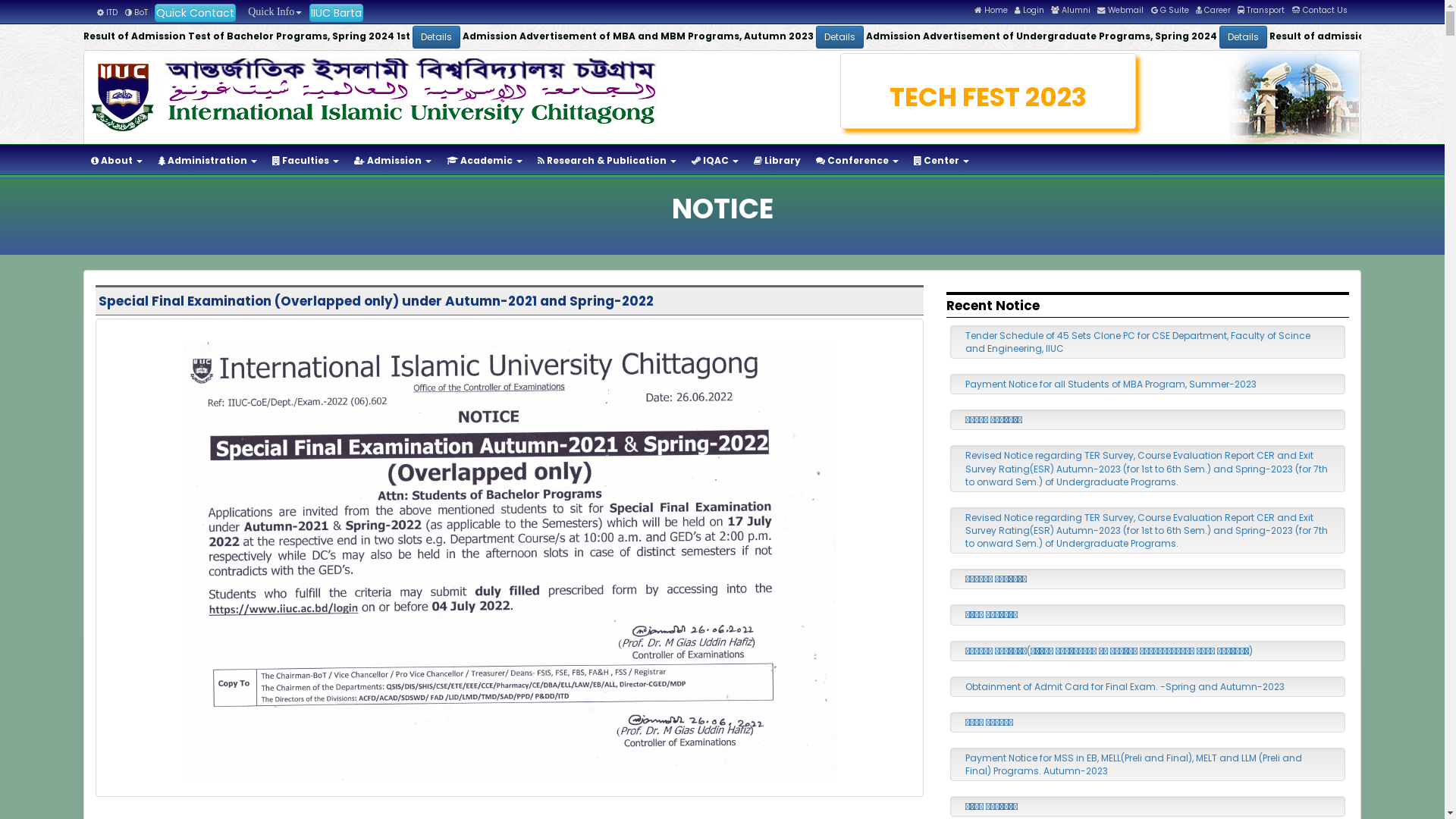 The width and height of the screenshot is (1456, 819). I want to click on 'Login', so click(1015, 10).